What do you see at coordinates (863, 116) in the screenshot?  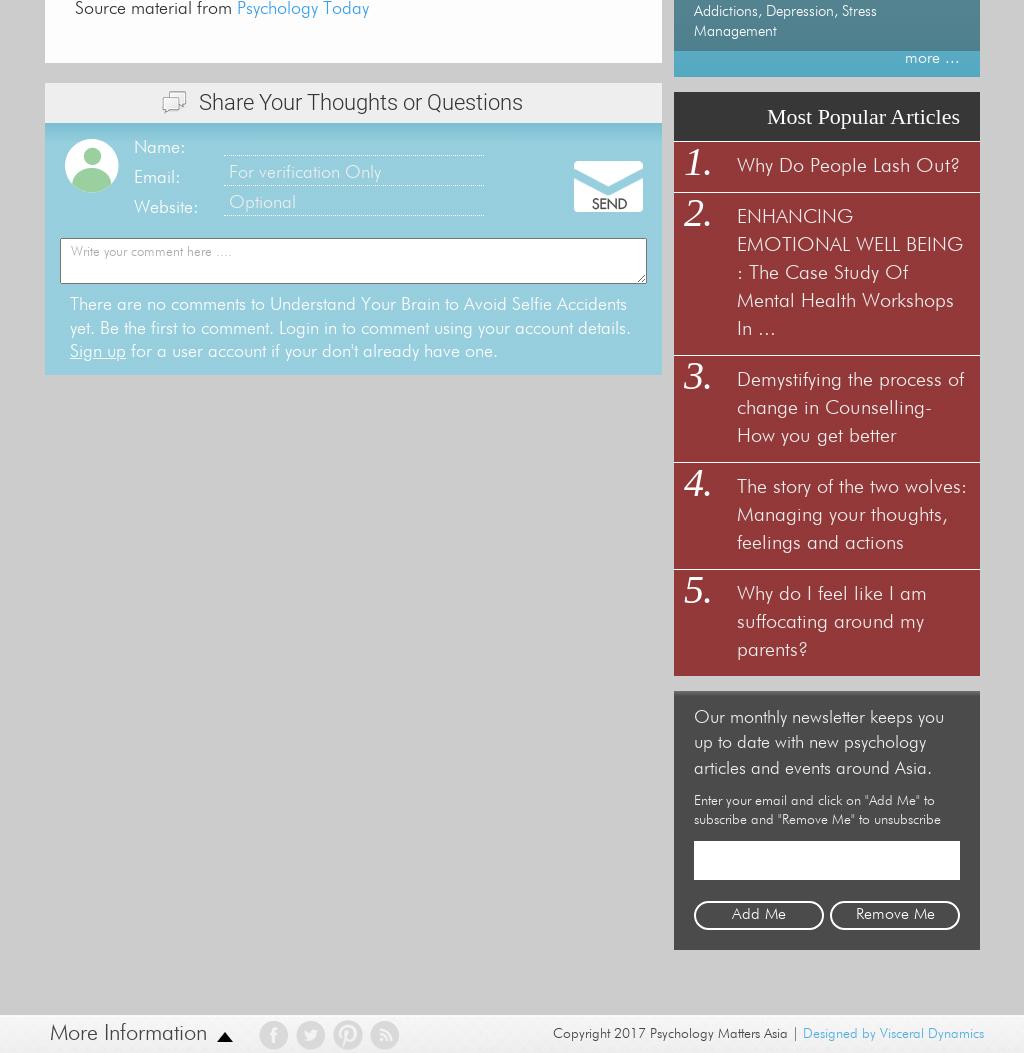 I see `'Most Popular Articles'` at bounding box center [863, 116].